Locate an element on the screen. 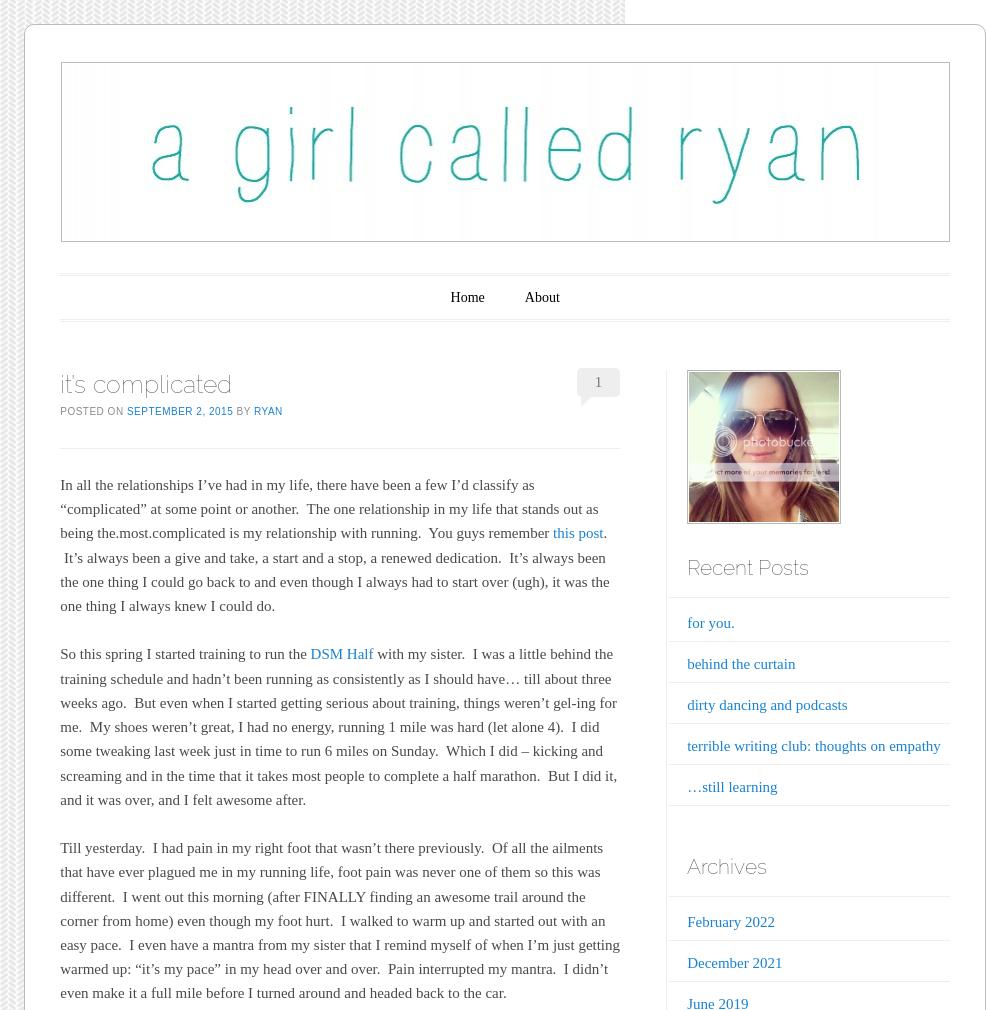 The width and height of the screenshot is (986, 1010). 'In all the relationships I’ve had in my life, there have been a few I’d classify as “complicated” at some point or another.  The one relationship in my life that stands out as being the.most.complicated is my relationship with running.  You guys remember' is located at coordinates (328, 507).